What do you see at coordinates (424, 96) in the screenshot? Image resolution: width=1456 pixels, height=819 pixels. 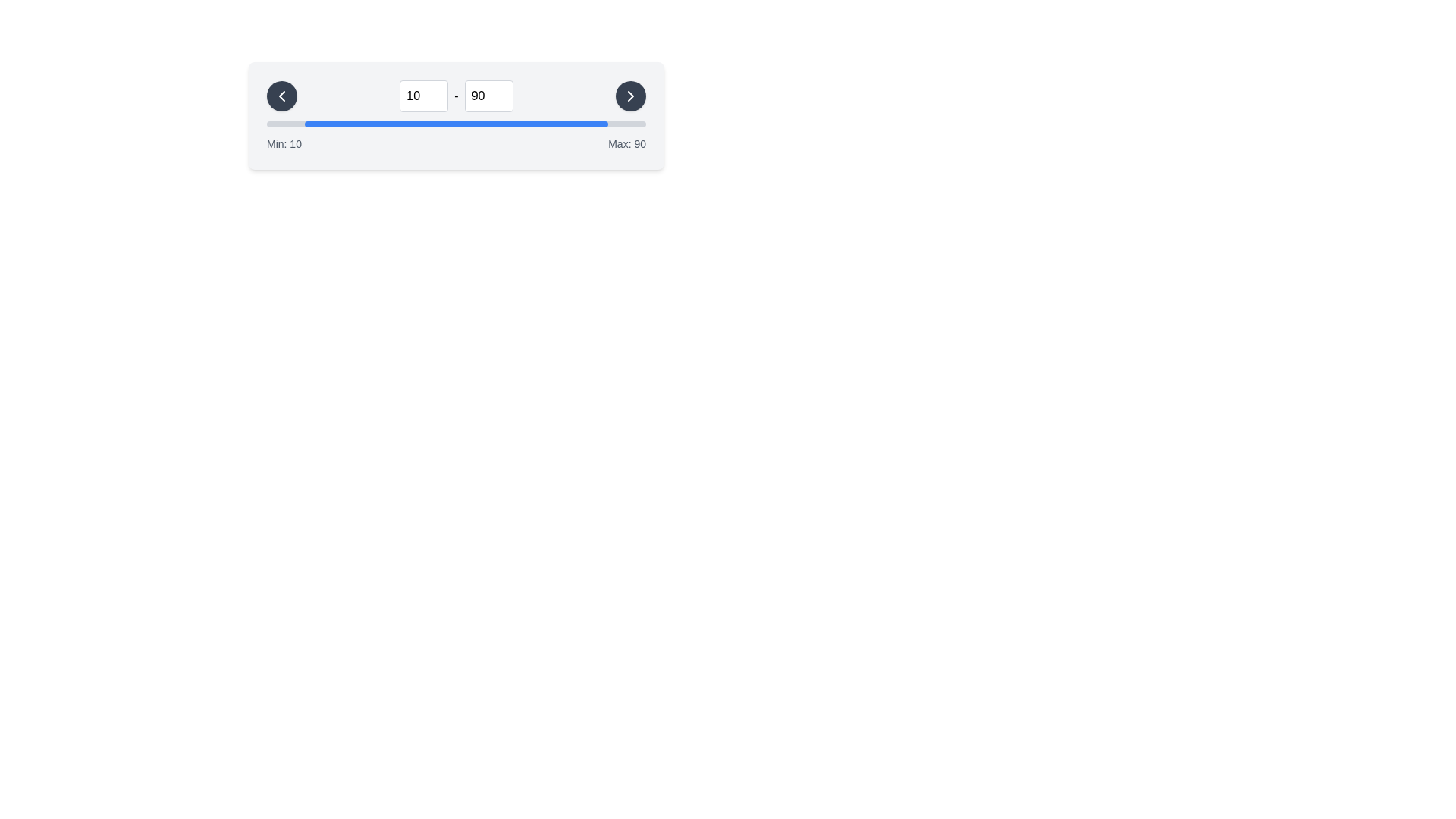 I see `the first number input field to focus and edit the number, which allows entering a value between 0 and 89` at bounding box center [424, 96].